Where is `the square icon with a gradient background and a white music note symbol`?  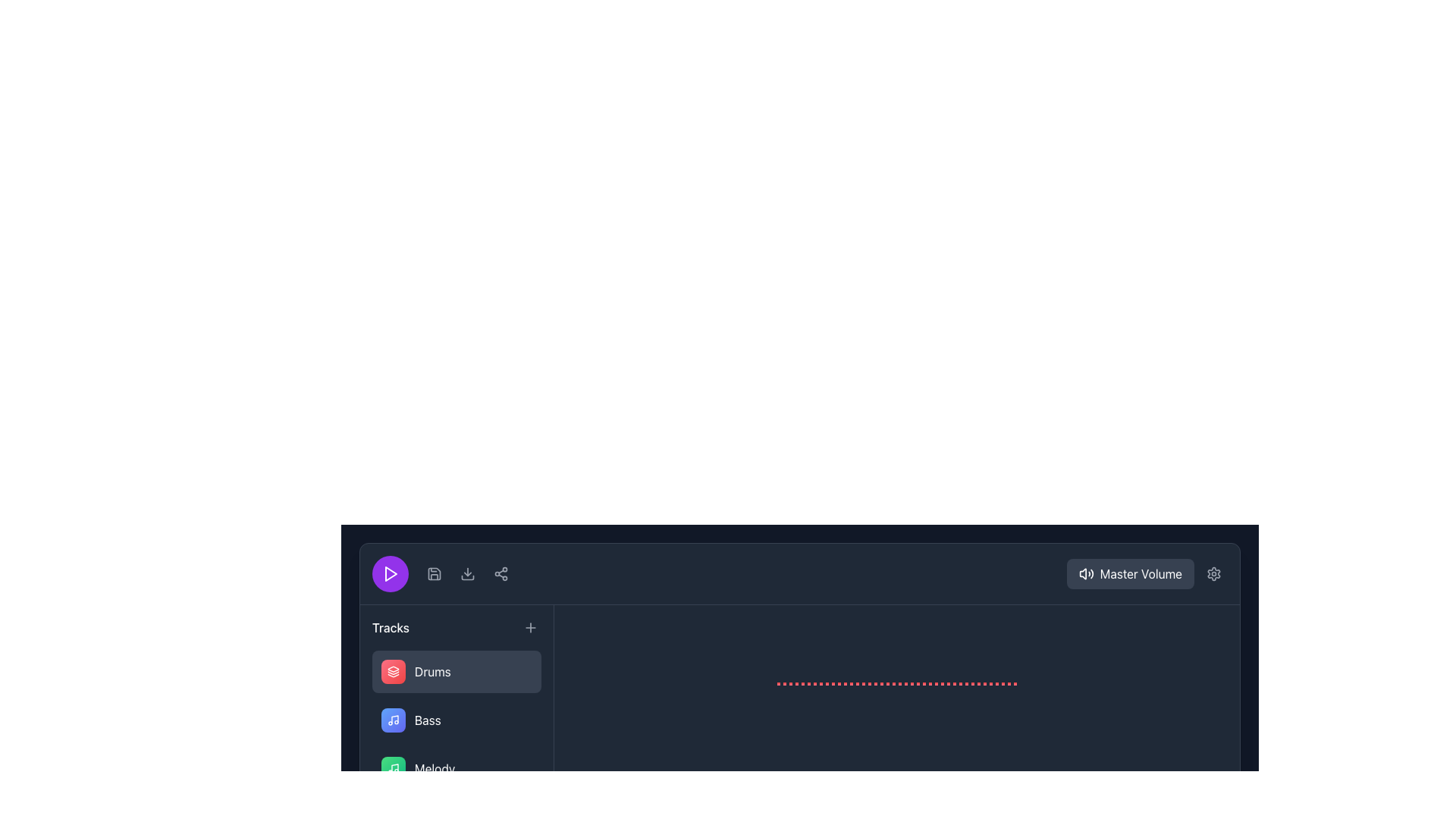
the square icon with a gradient background and a white music note symbol is located at coordinates (393, 719).